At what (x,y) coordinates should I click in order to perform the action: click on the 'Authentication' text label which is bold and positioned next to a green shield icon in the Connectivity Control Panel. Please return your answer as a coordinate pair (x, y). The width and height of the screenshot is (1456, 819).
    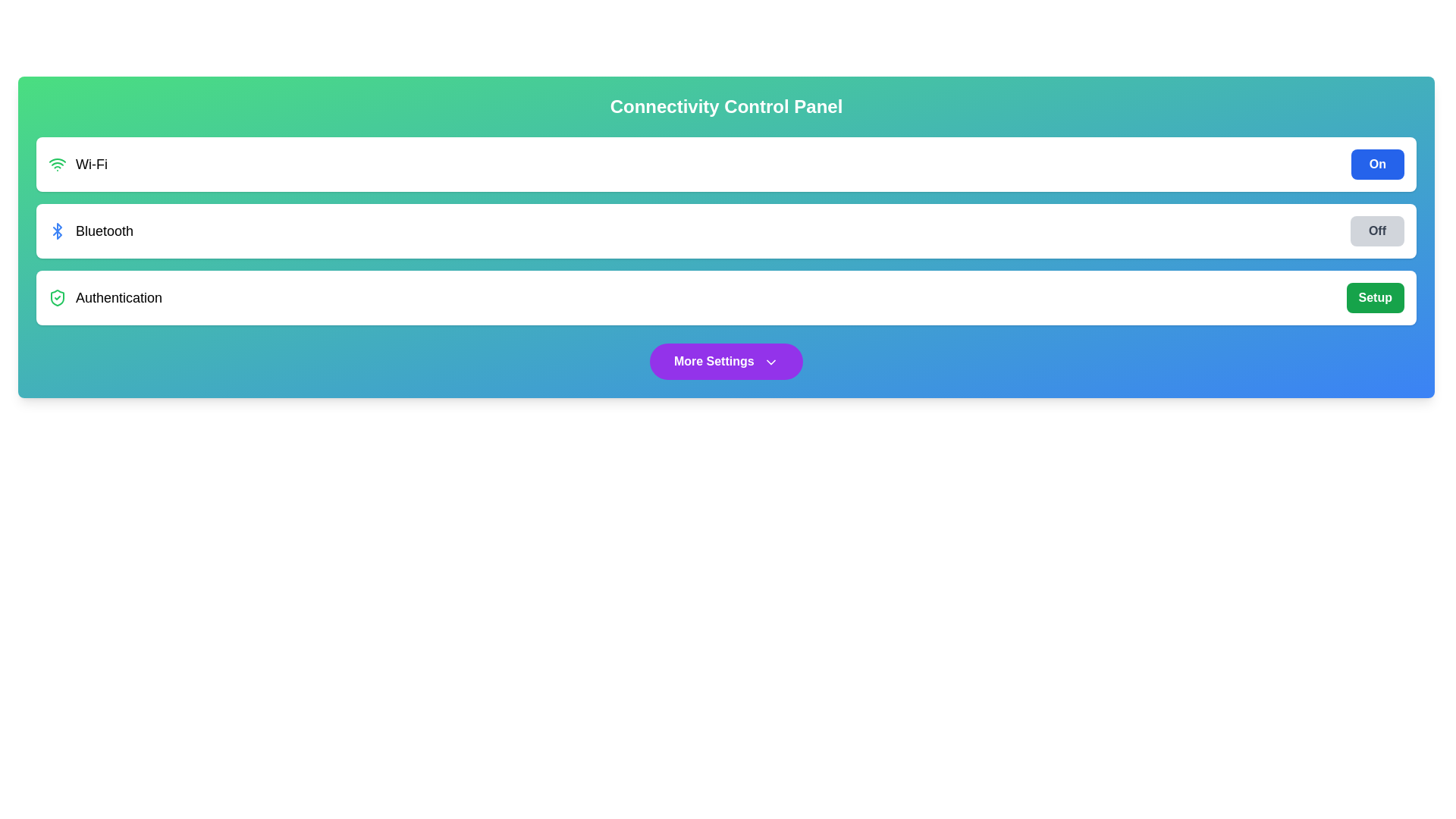
    Looking at the image, I should click on (118, 298).